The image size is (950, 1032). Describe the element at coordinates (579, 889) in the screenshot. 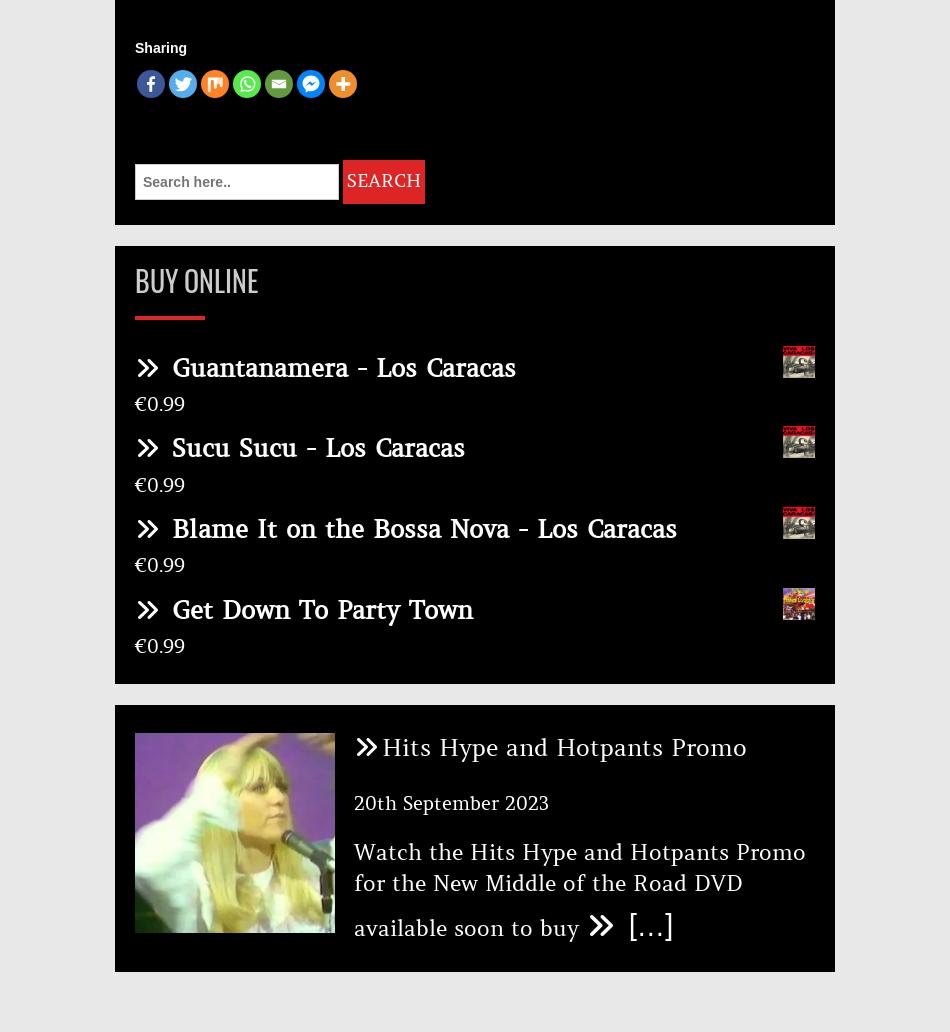

I see `'Watch the Hits Hype and Hotpants Promo for the New Middle of the Road DVD available soon to buy'` at that location.